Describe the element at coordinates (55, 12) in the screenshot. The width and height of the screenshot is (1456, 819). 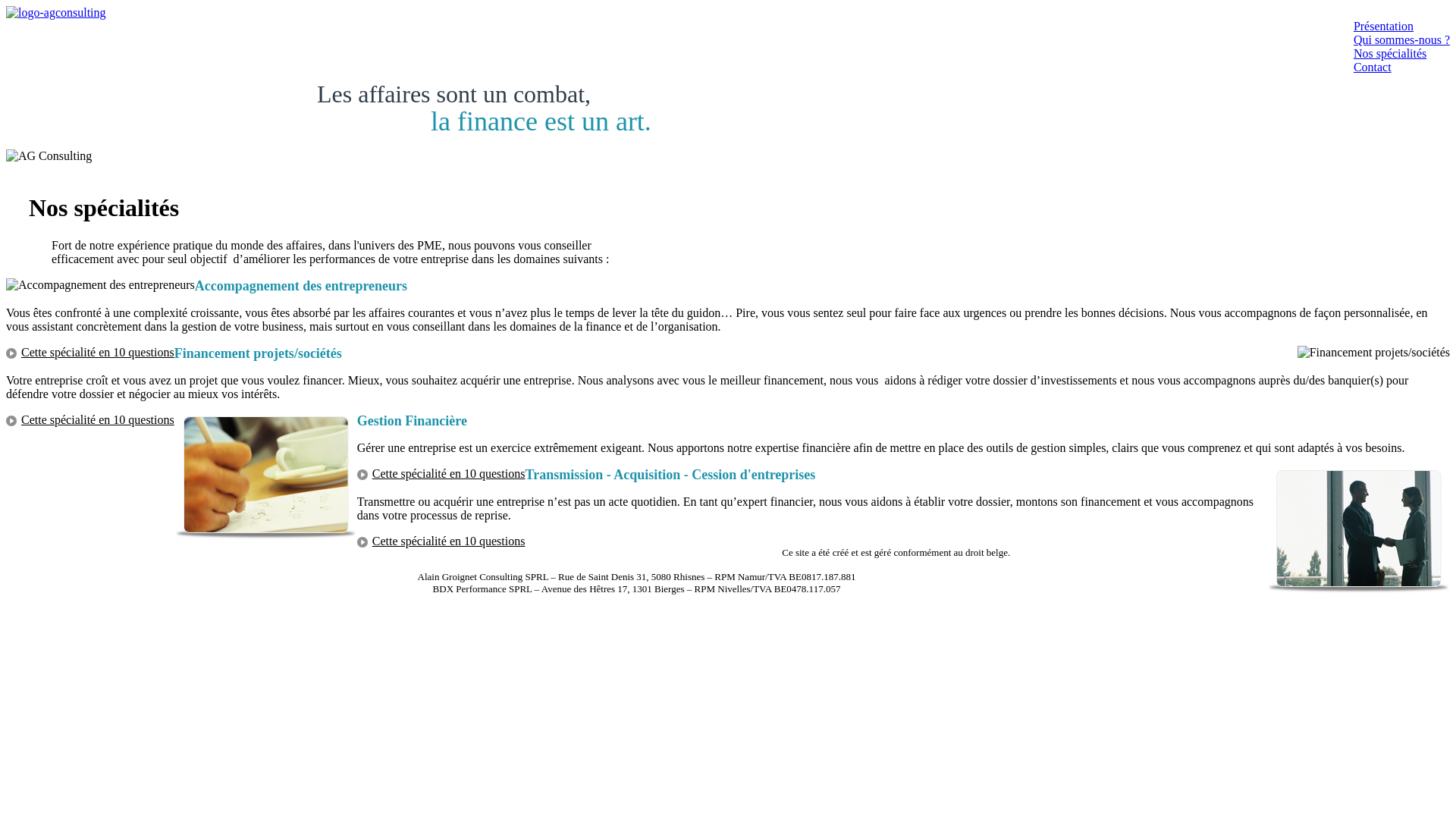
I see `'AG Consulting'` at that location.